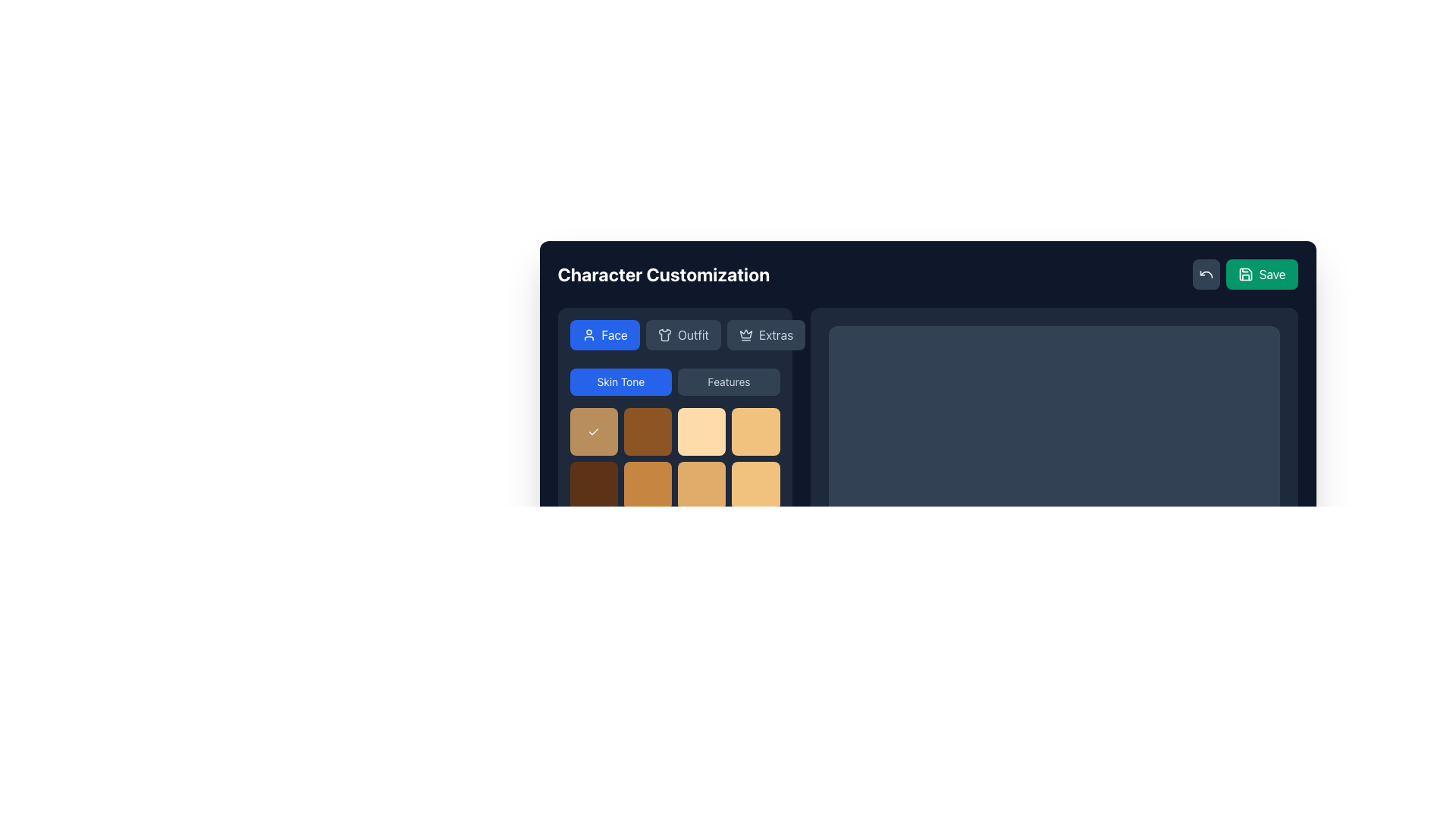 Image resolution: width=1456 pixels, height=819 pixels. Describe the element at coordinates (674, 334) in the screenshot. I see `the Navigation bar with selectable buttons located below the 'Character Customization' header to navigate` at that location.